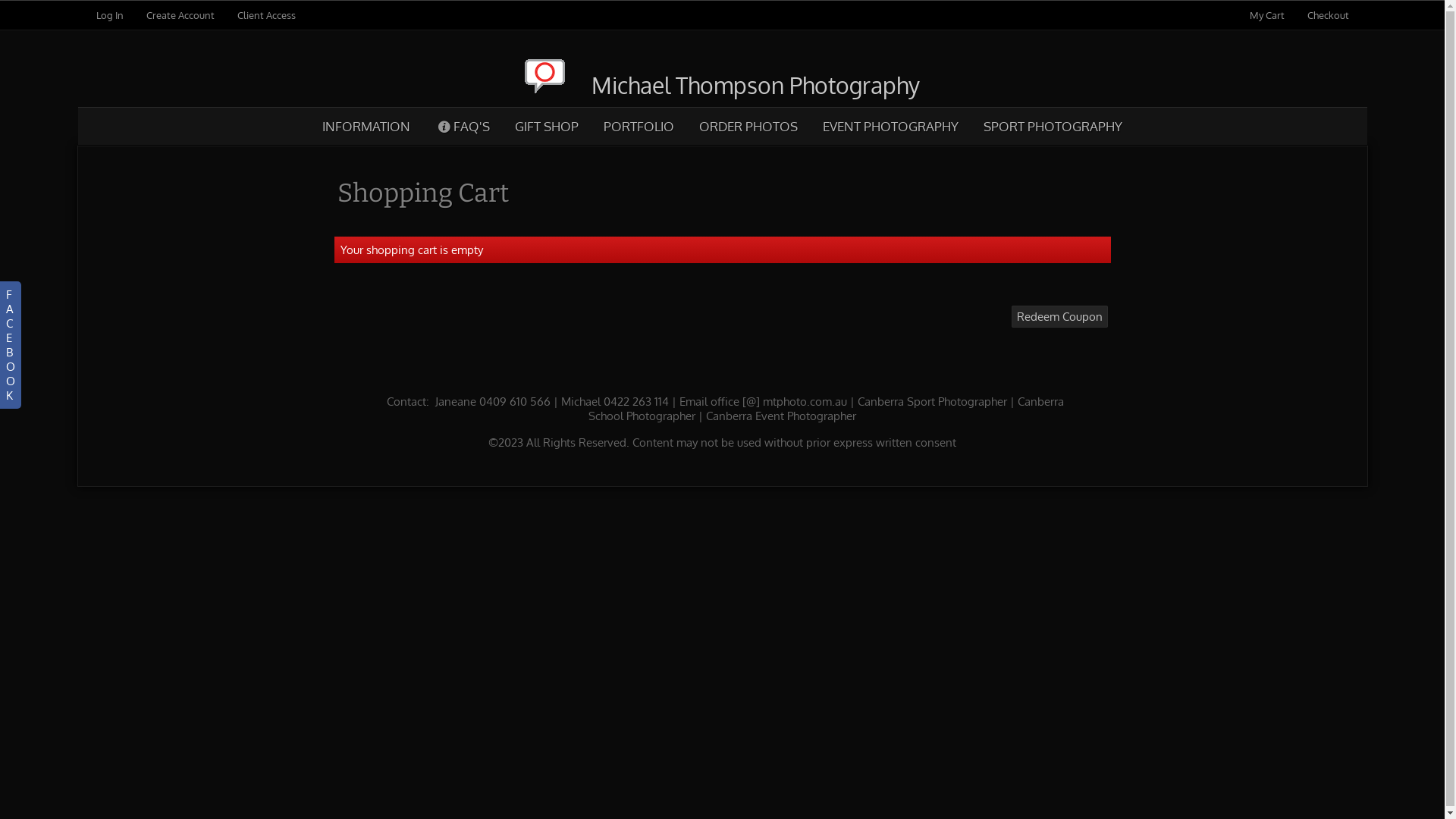 Image resolution: width=1456 pixels, height=819 pixels. Describe the element at coordinates (1306, 14) in the screenshot. I see `'Checkout'` at that location.